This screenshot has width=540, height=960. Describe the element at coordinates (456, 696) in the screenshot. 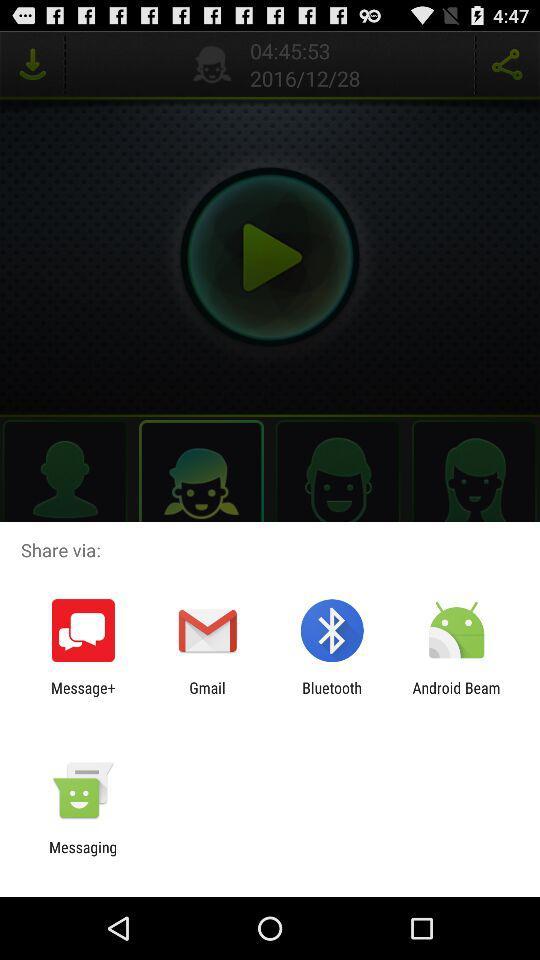

I see `item next to bluetooth icon` at that location.